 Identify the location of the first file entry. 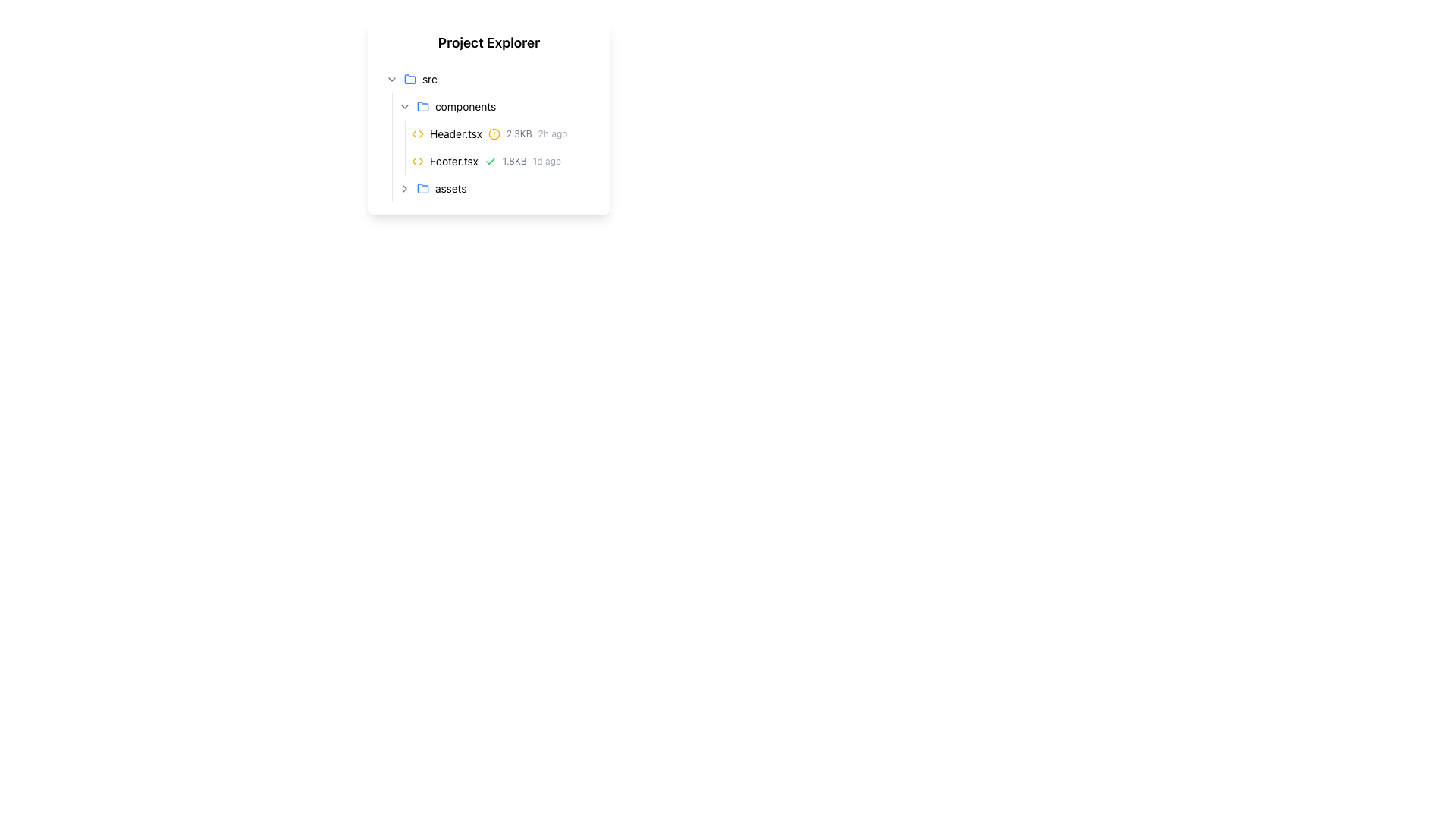
(495, 133).